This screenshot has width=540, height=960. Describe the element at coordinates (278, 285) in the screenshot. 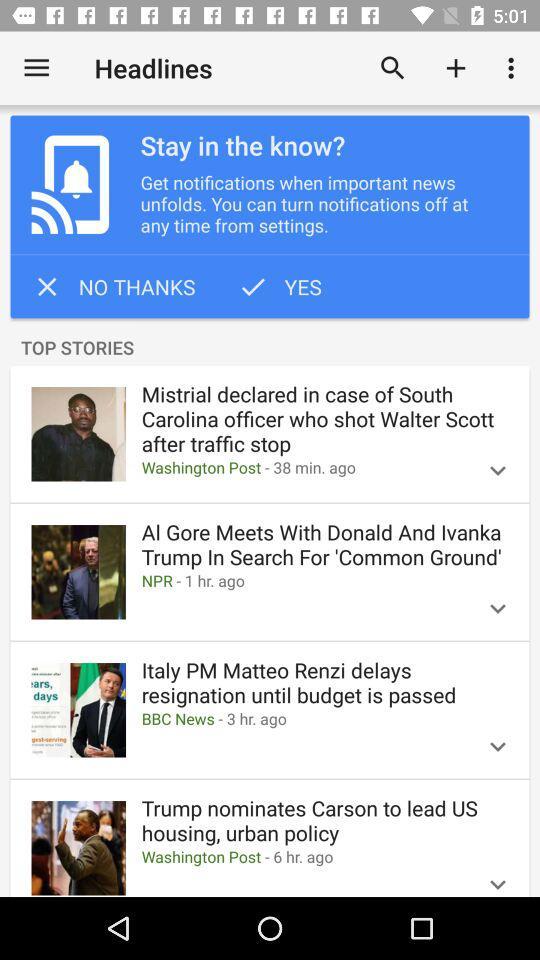

I see `the item above top stories item` at that location.